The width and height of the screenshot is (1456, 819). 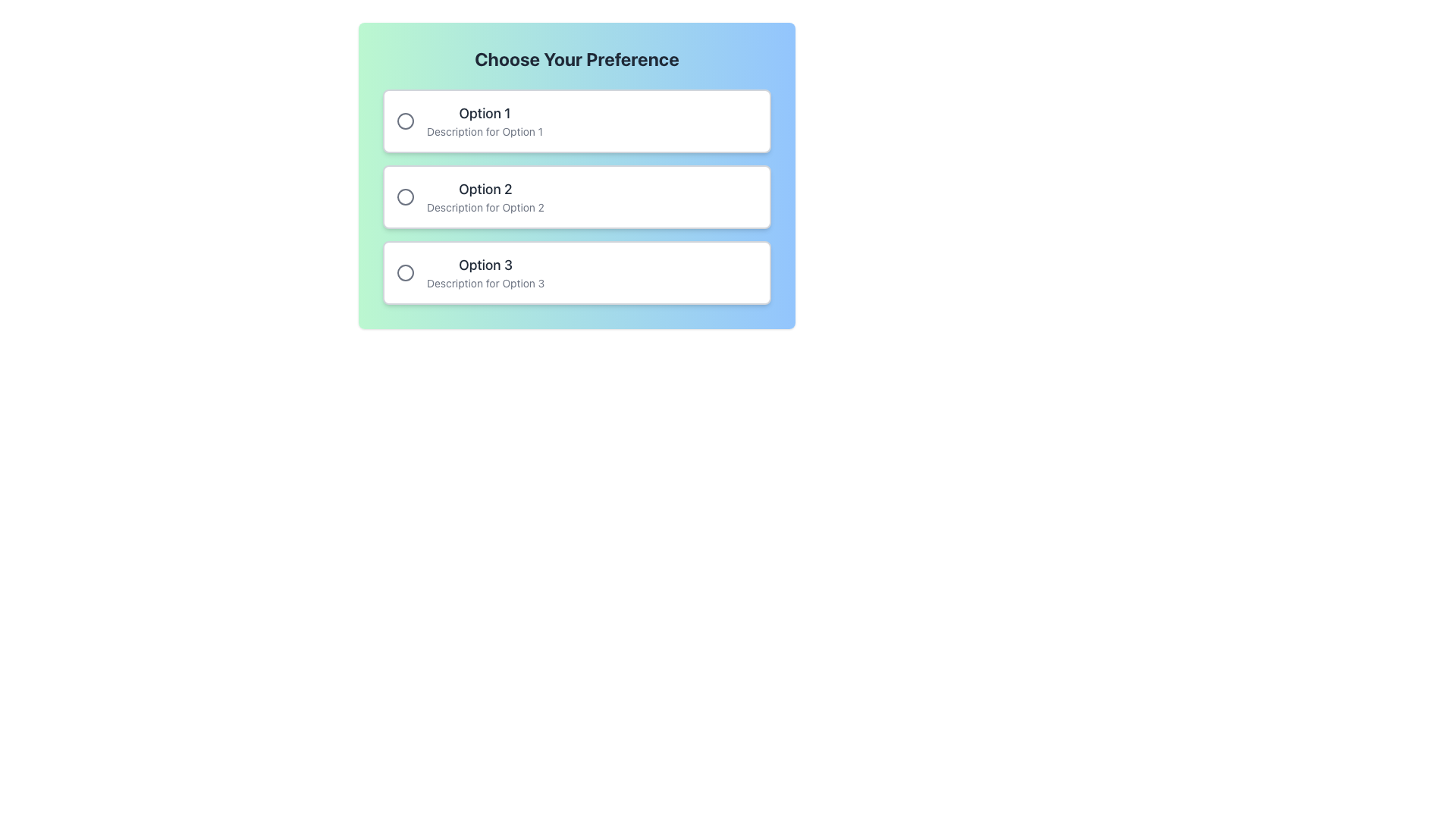 What do you see at coordinates (485, 196) in the screenshot?
I see `the 'Option 2' text block, which is the second item in the selection list under 'Choose Your Preference.'` at bounding box center [485, 196].